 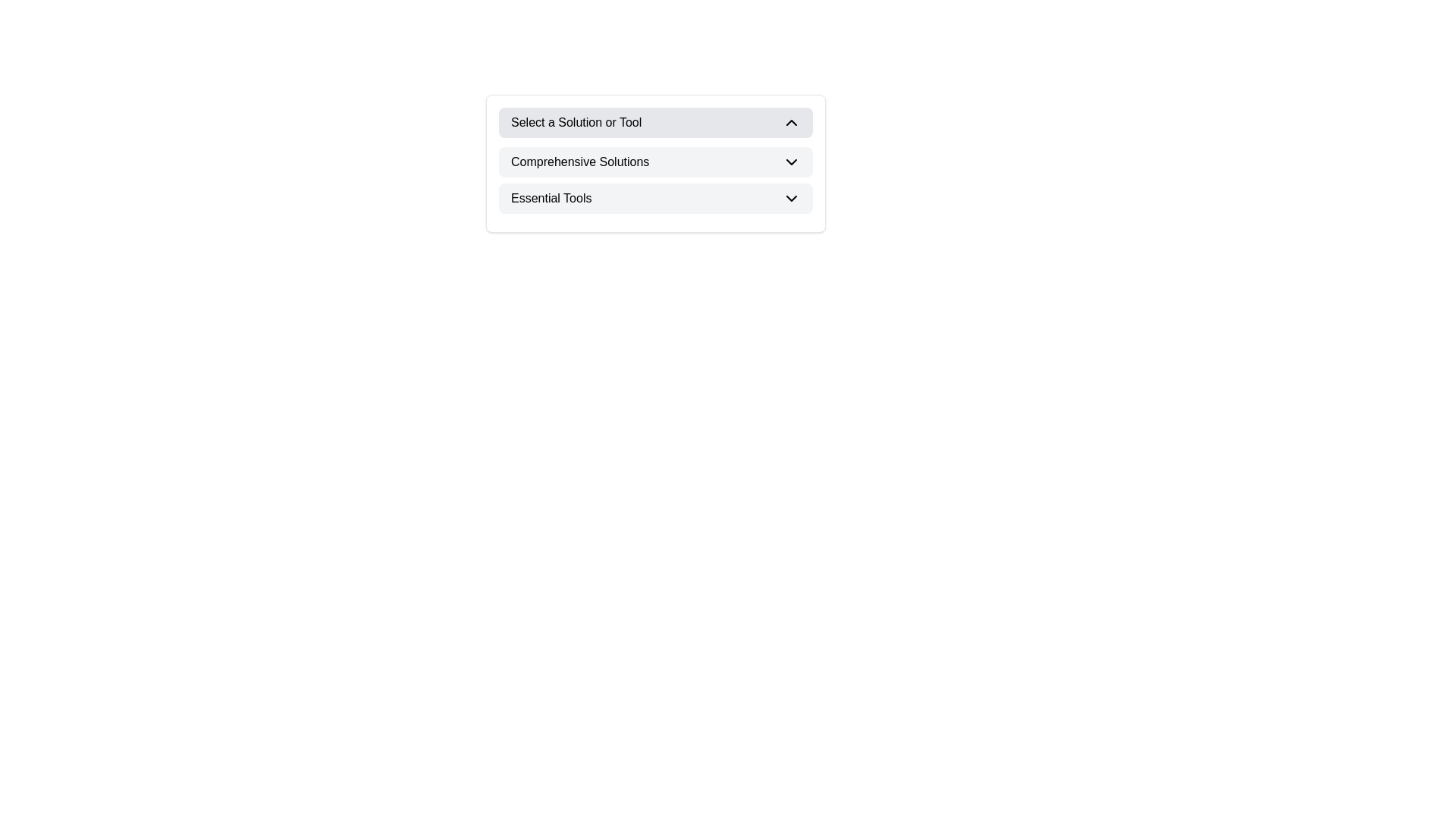 What do you see at coordinates (655, 164) in the screenshot?
I see `the title 'Comprehensive Solutions' in the second section of the composite dropdown component` at bounding box center [655, 164].